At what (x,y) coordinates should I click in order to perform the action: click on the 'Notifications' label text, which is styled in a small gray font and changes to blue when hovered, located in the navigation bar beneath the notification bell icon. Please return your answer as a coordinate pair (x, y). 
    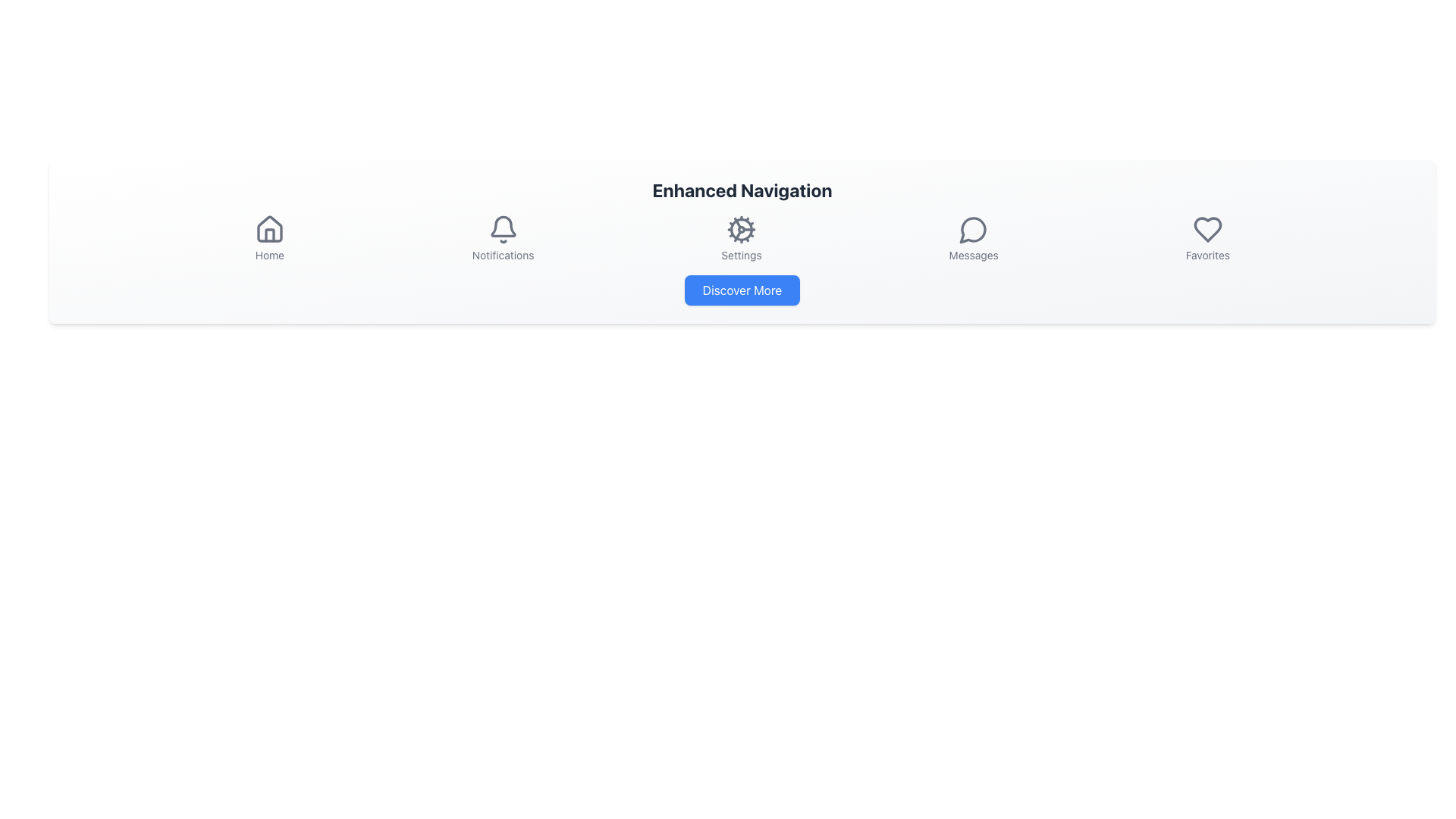
    Looking at the image, I should click on (503, 254).